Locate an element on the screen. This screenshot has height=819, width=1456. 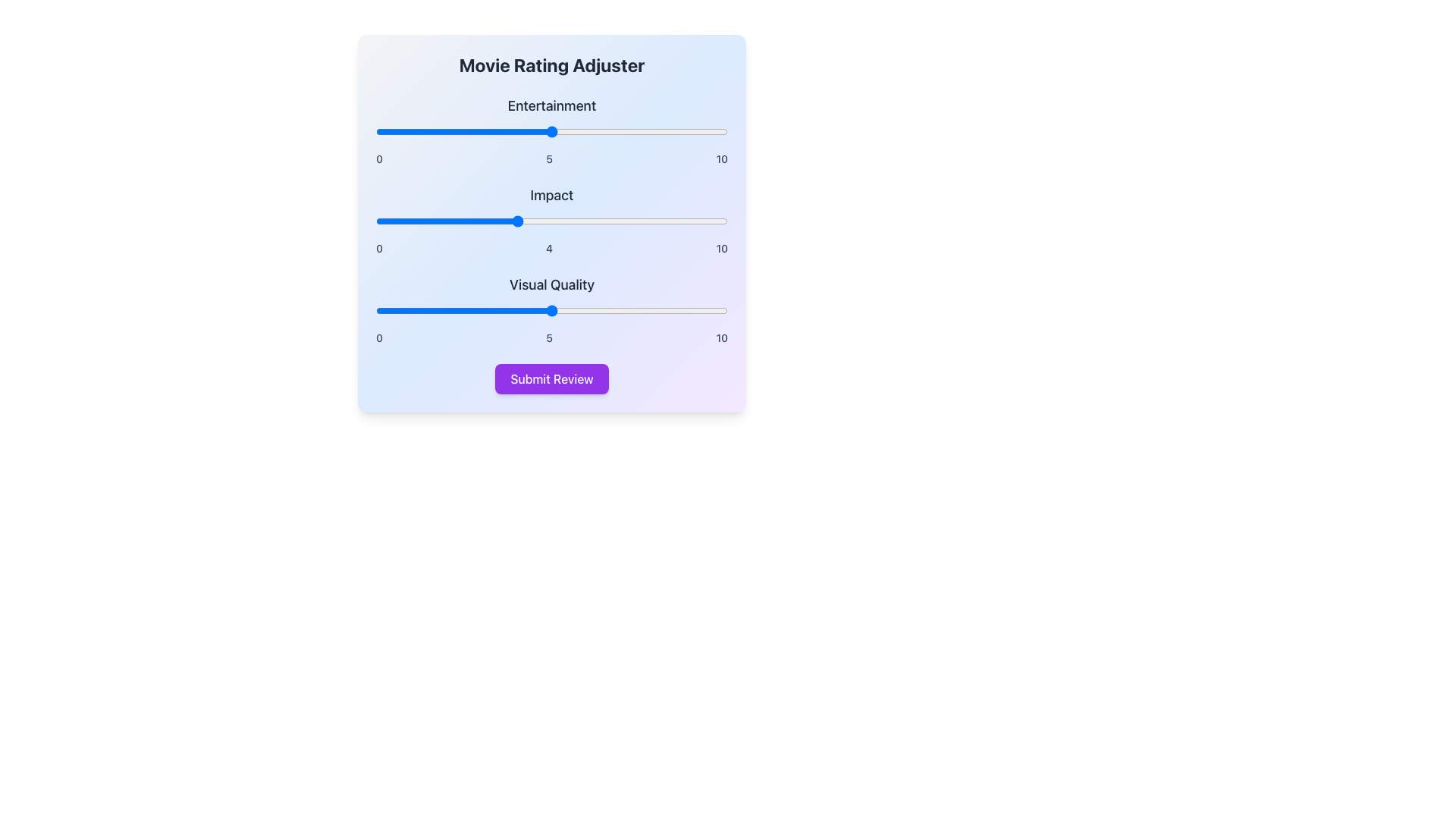
the Impact rating slider is located at coordinates (375, 221).